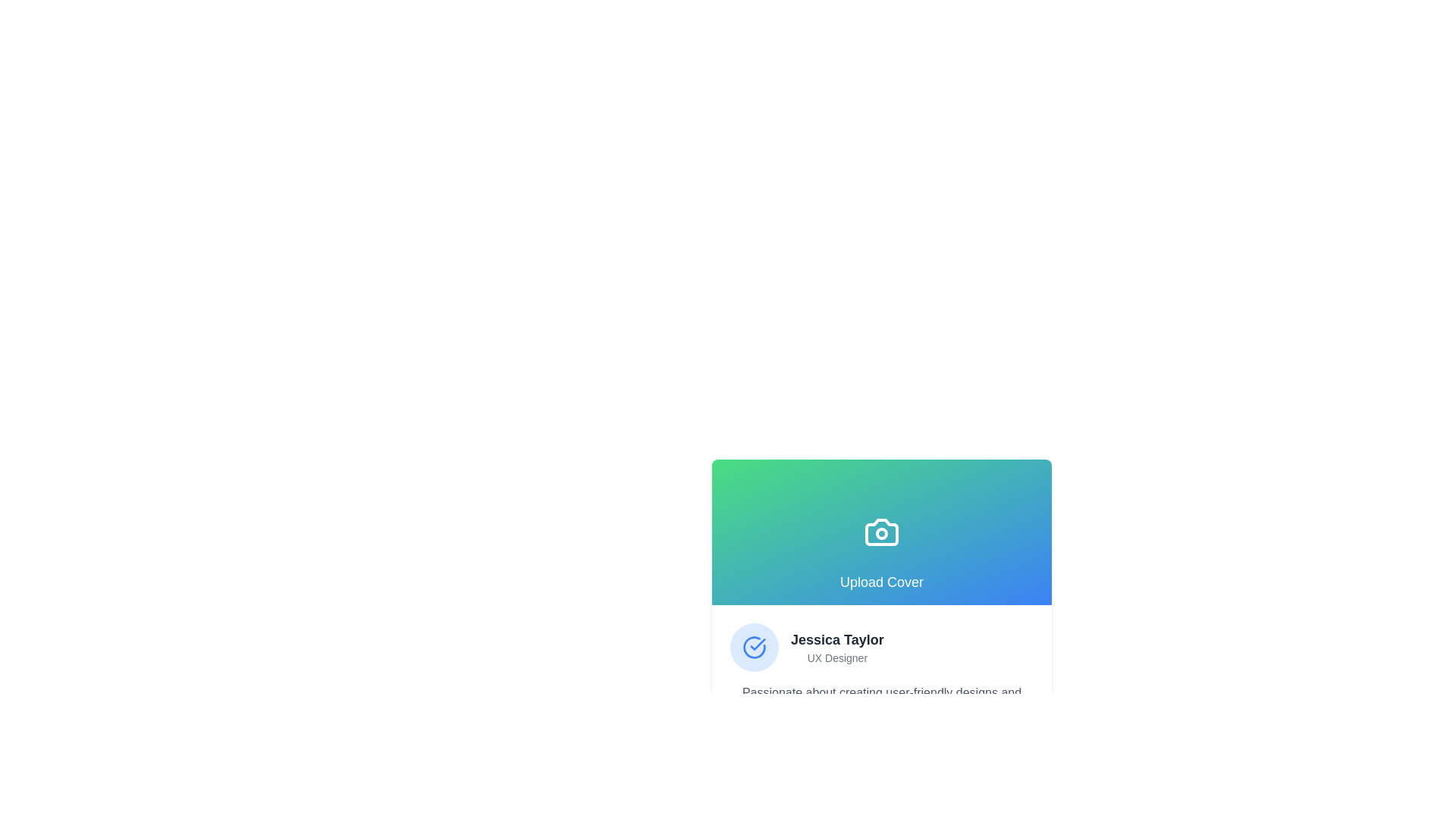 This screenshot has height=819, width=1456. What do you see at coordinates (881, 701) in the screenshot?
I see `the text label that provides additional descriptive information about the individual in the profile card, located below the user's role and above the action buttons` at bounding box center [881, 701].